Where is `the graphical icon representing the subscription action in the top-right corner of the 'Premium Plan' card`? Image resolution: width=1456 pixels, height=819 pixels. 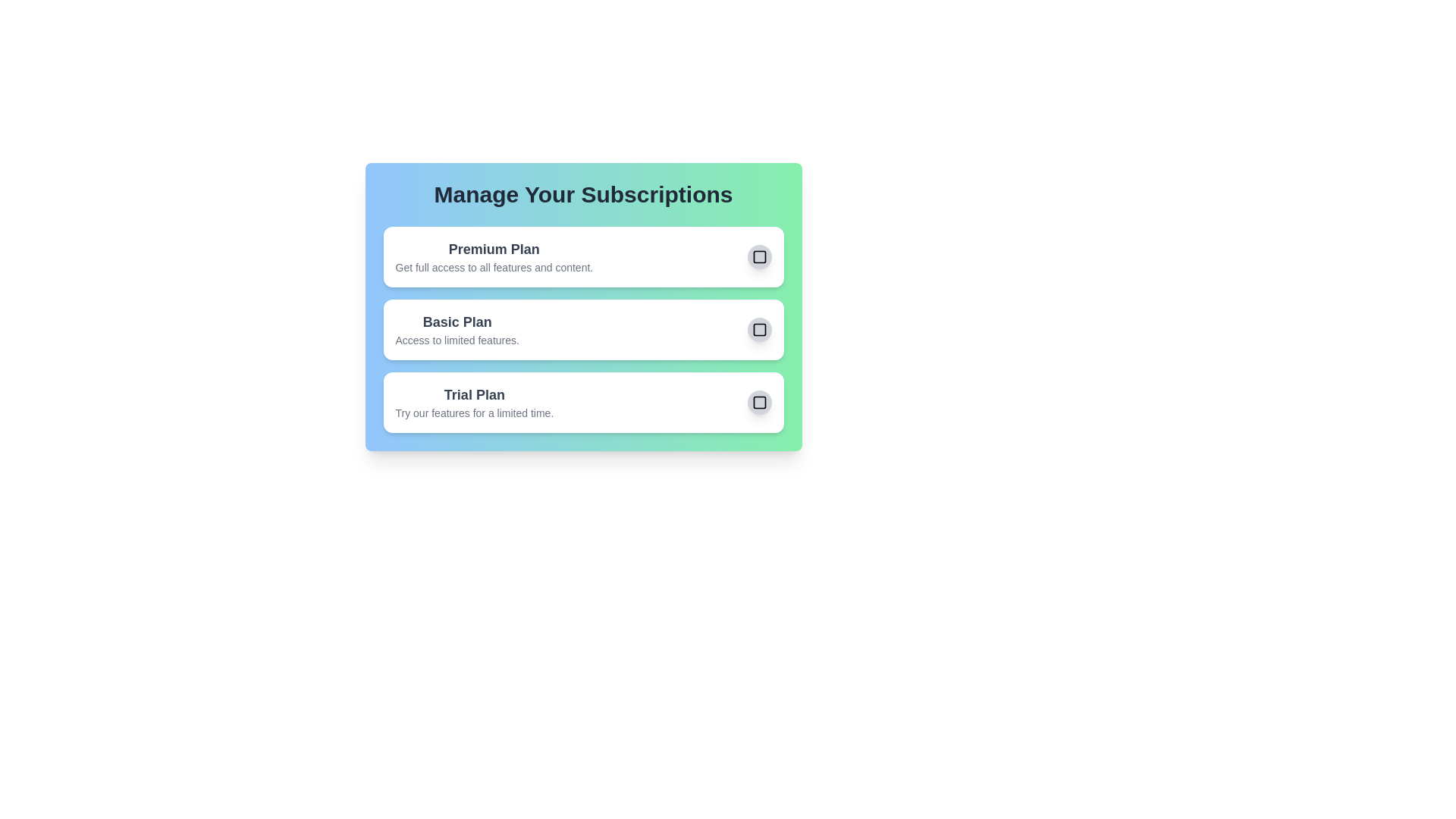
the graphical icon representing the subscription action in the top-right corner of the 'Premium Plan' card is located at coordinates (759, 256).